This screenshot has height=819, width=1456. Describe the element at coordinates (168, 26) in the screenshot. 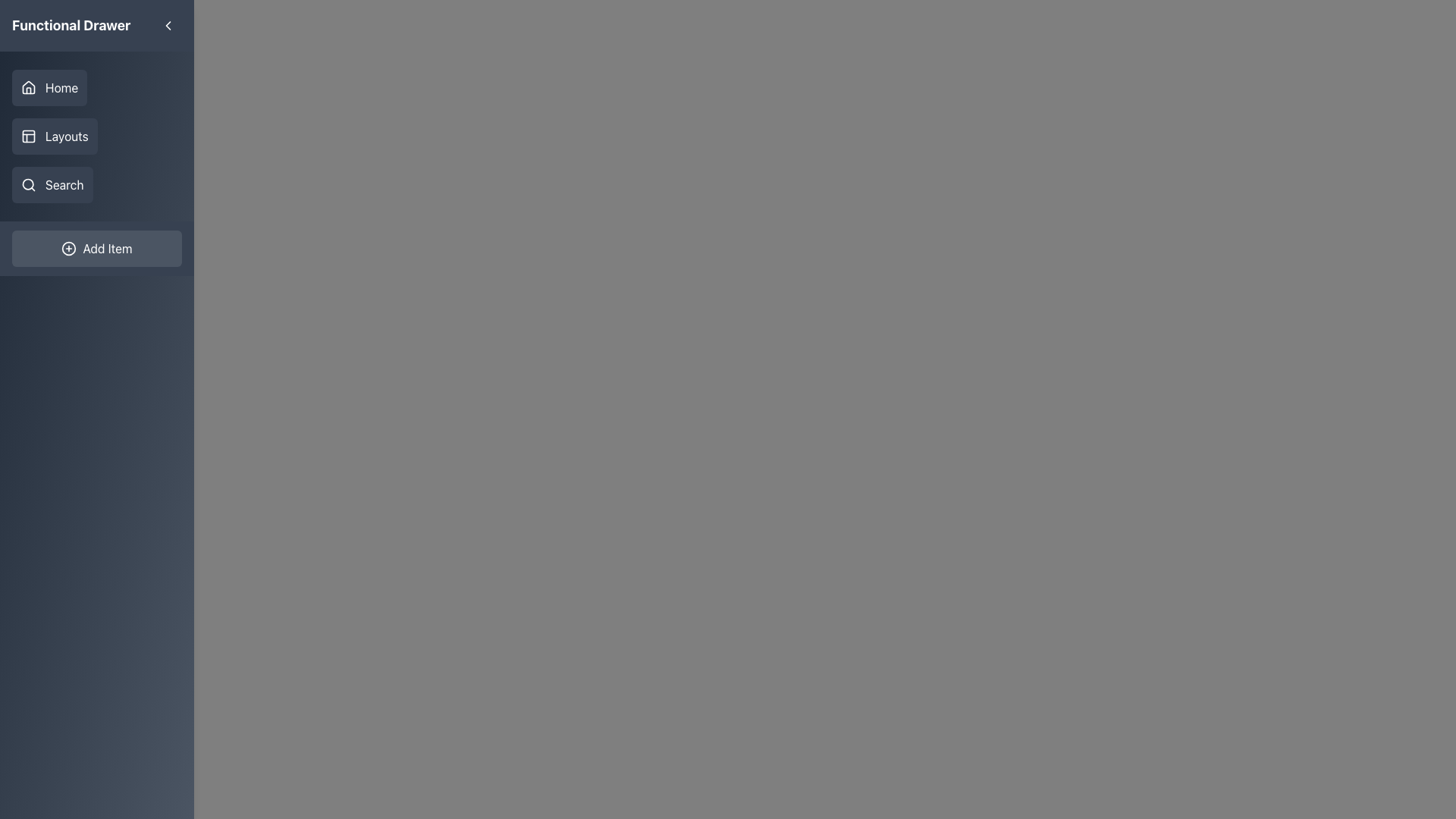

I see `the left-pointing chevron icon button located in the upper-right corner of the dark side navigation panel, adjacent to the title 'Functional Drawer'` at that location.